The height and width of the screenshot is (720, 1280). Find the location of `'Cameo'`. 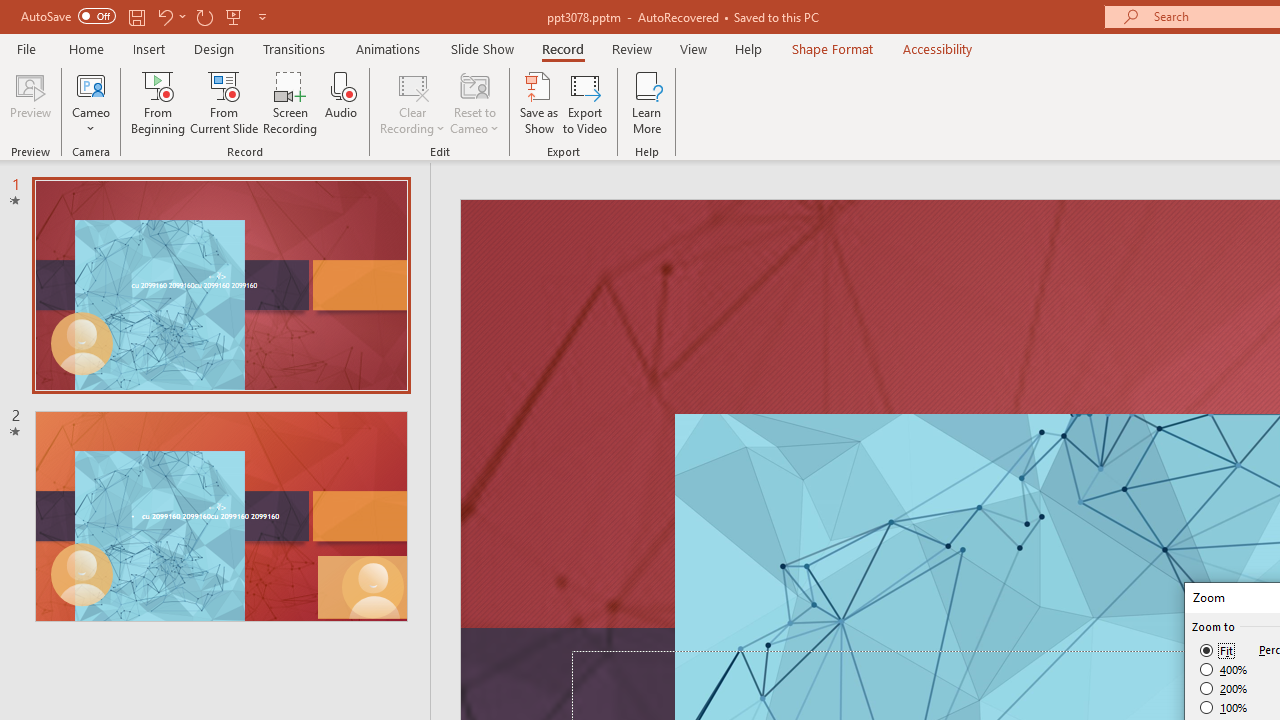

'Cameo' is located at coordinates (90, 84).